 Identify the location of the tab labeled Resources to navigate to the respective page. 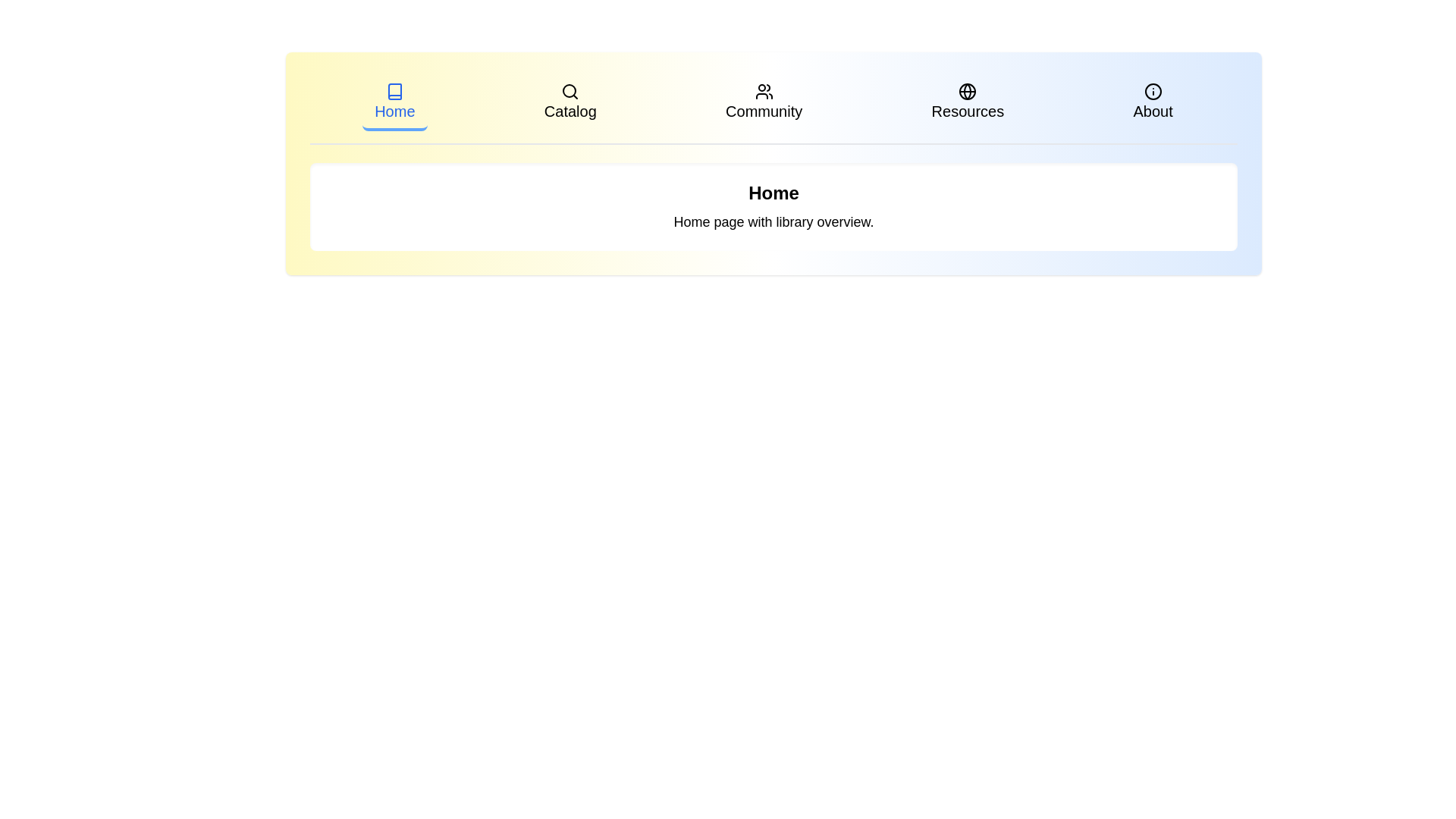
(967, 103).